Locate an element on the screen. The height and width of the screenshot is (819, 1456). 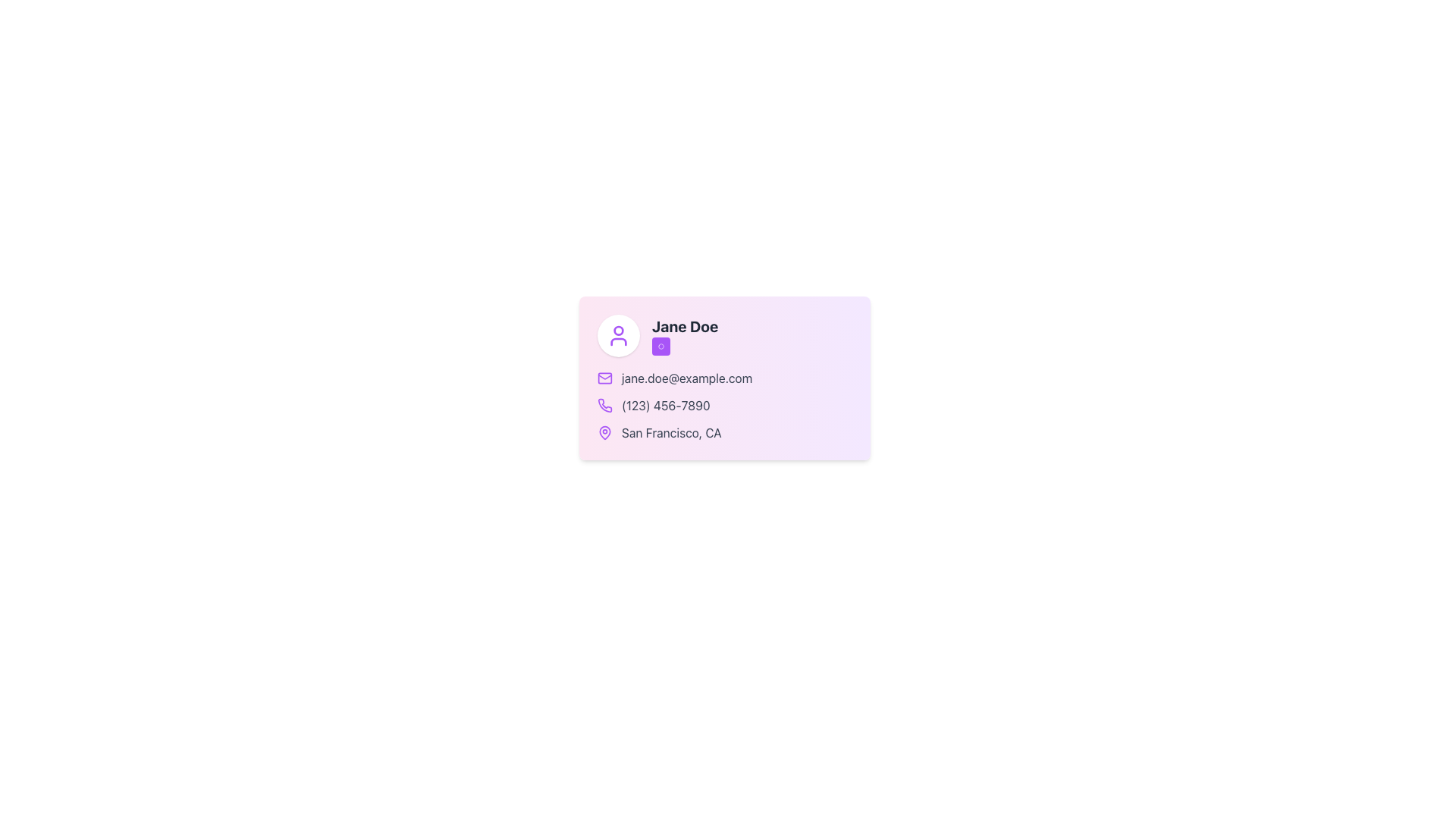
the curved line vector graphical element that represents the lower portion of the user icon's torso, located above the name 'Jane Doe' in the card is located at coordinates (619, 342).